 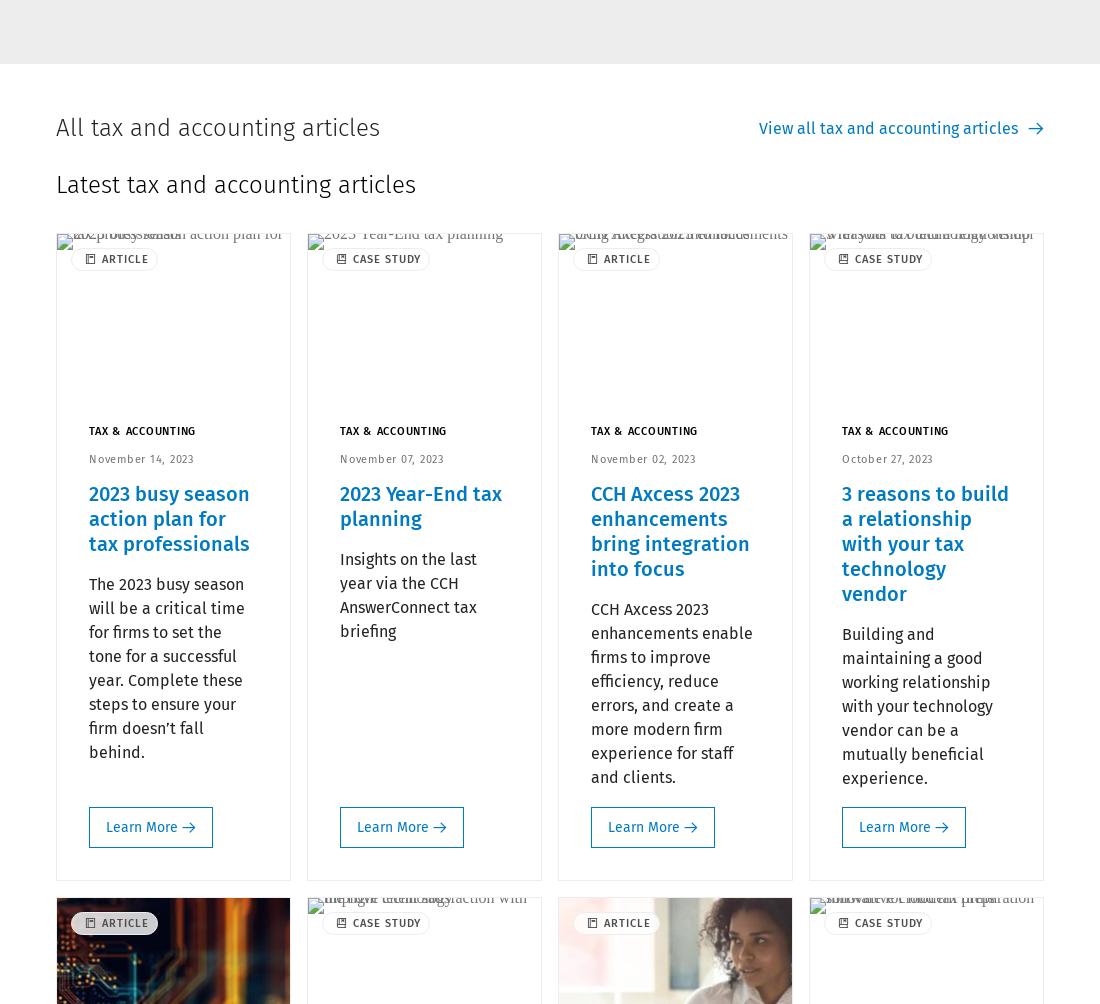 I want to click on 'CCH Axcess 2023 enhancements bring integration into focus', so click(x=670, y=530).